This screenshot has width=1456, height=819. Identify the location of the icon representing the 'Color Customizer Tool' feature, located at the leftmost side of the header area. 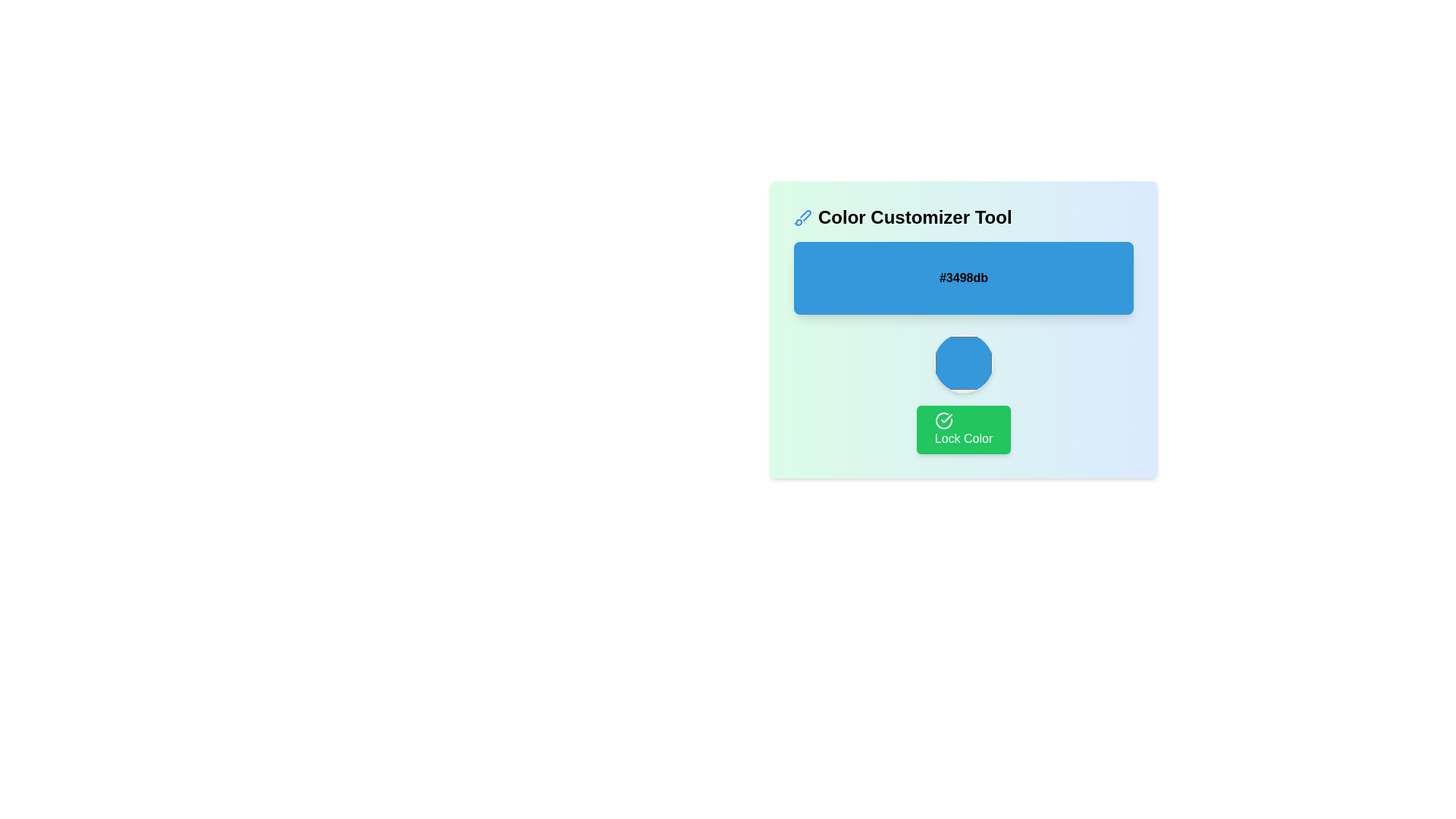
(802, 217).